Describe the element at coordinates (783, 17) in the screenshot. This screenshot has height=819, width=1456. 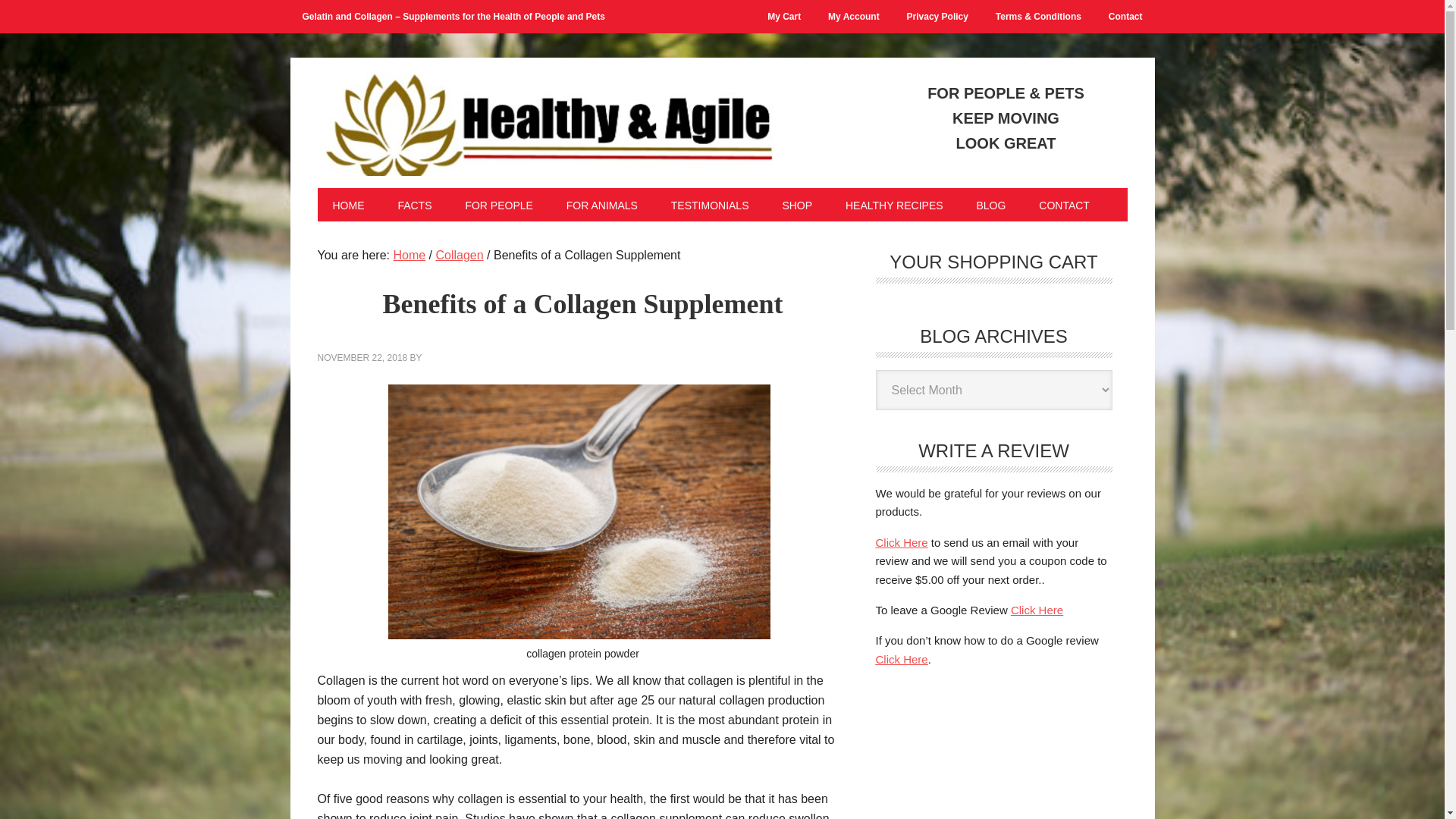
I see `'My Cart'` at that location.